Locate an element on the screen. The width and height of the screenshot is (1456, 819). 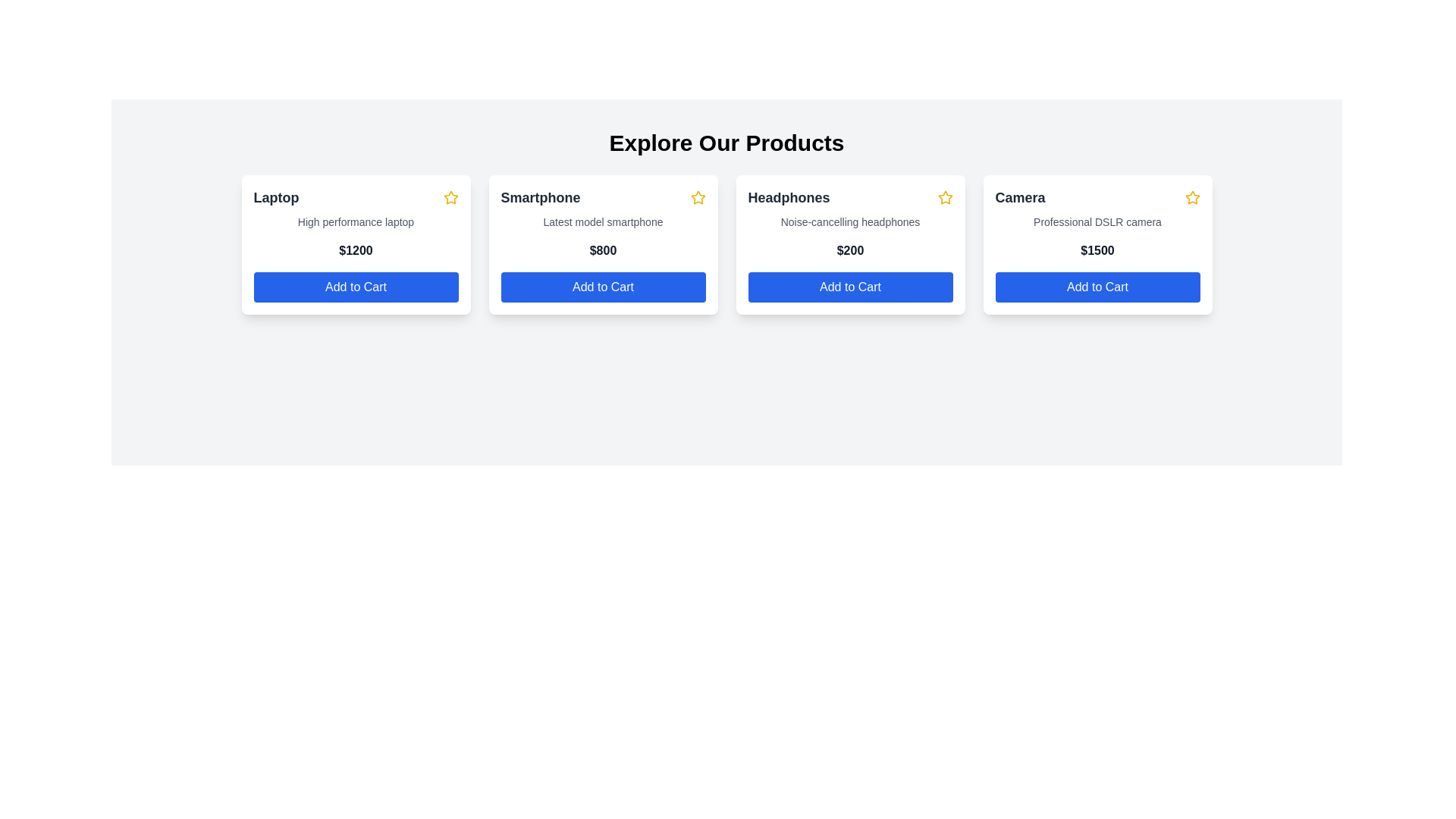
product name from the text label located at the top left of the fourth product card in the horizontal grid is located at coordinates (1020, 197).